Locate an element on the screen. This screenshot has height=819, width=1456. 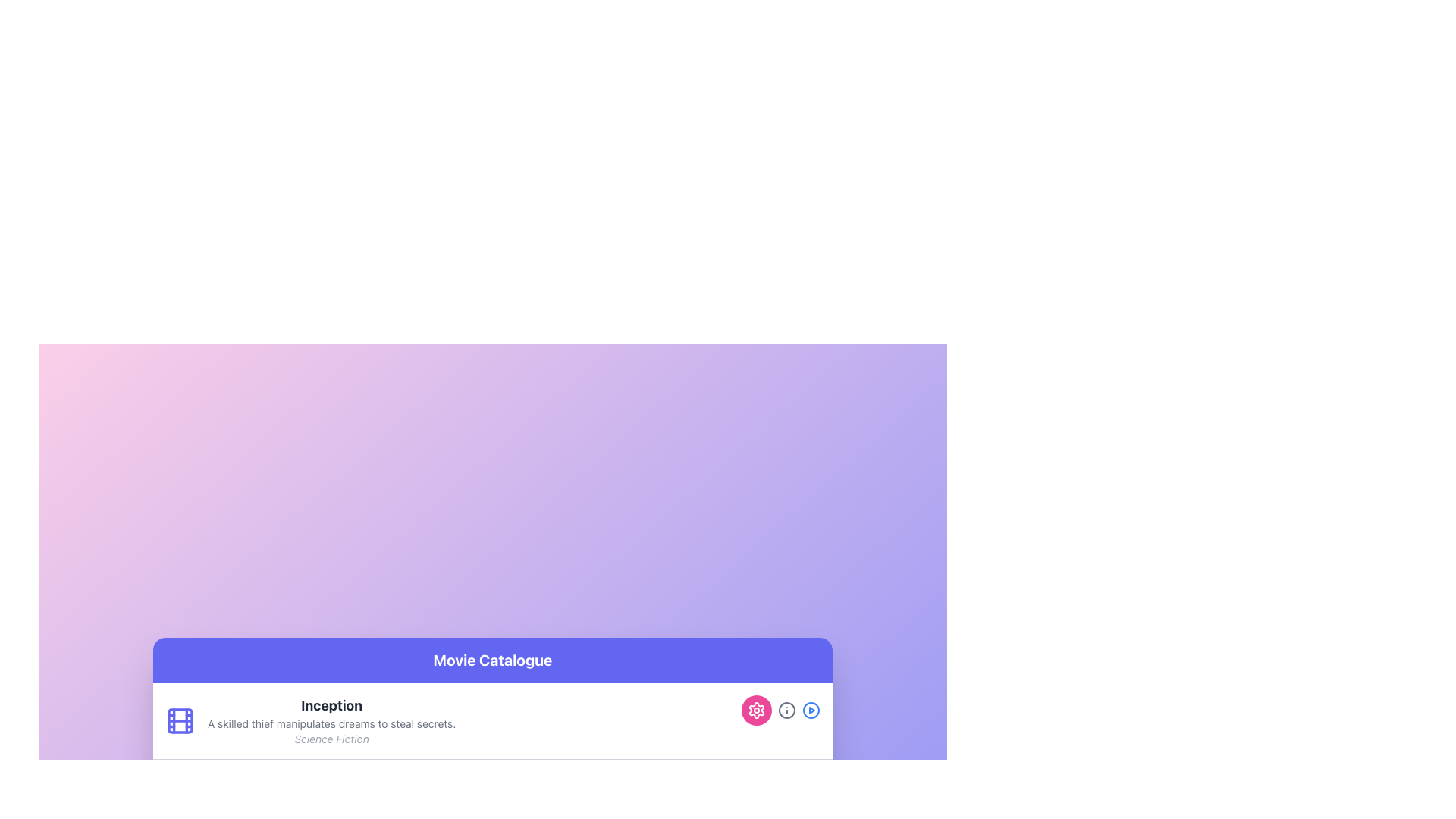
text block displaying the movie title 'Inception', its description, and genre, which is located beneath the 'Movie Catalogue' header and aligned to the right of the film icon is located at coordinates (331, 720).